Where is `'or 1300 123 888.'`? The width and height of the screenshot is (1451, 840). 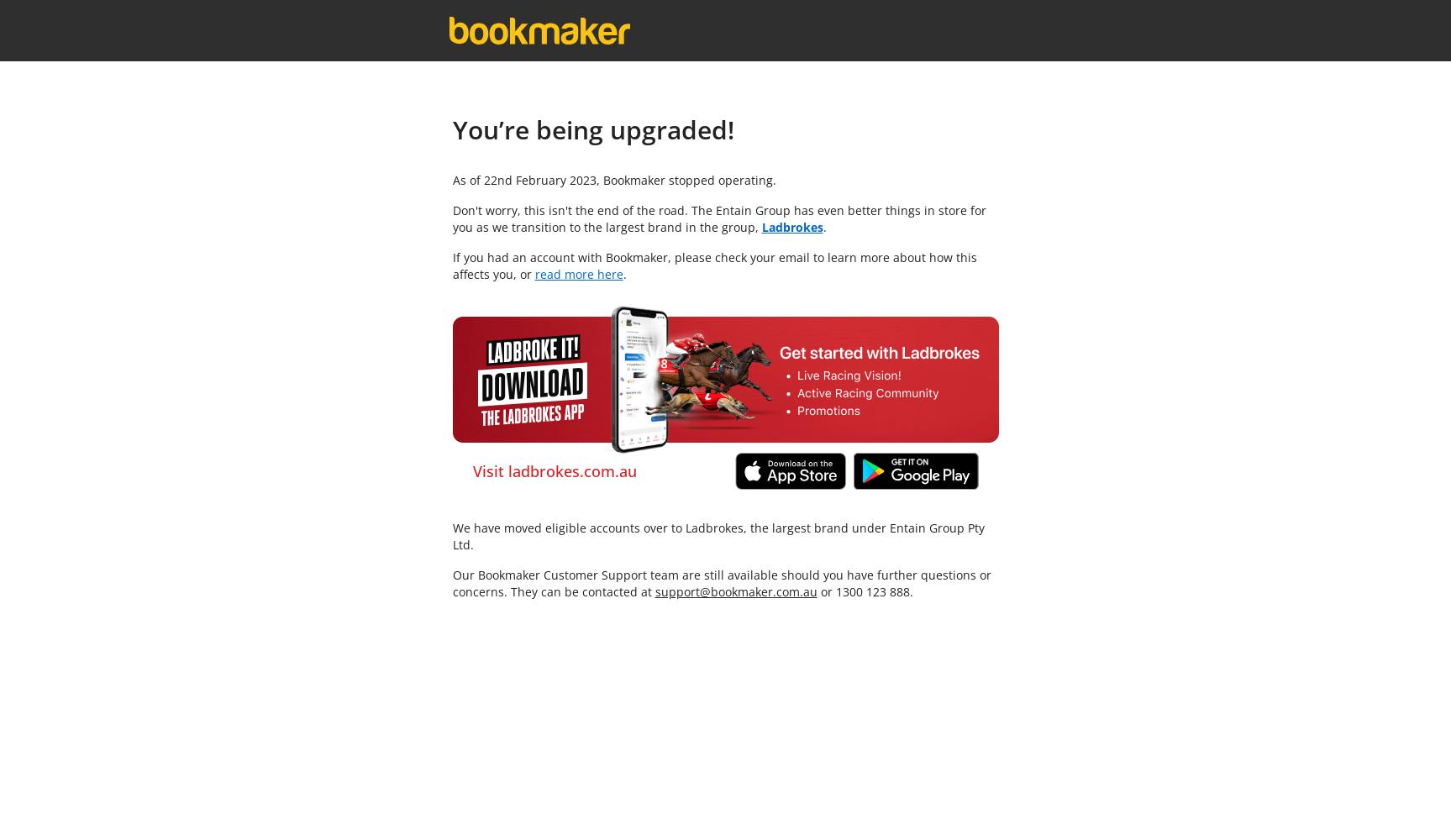
'or 1300 123 888.' is located at coordinates (864, 591).